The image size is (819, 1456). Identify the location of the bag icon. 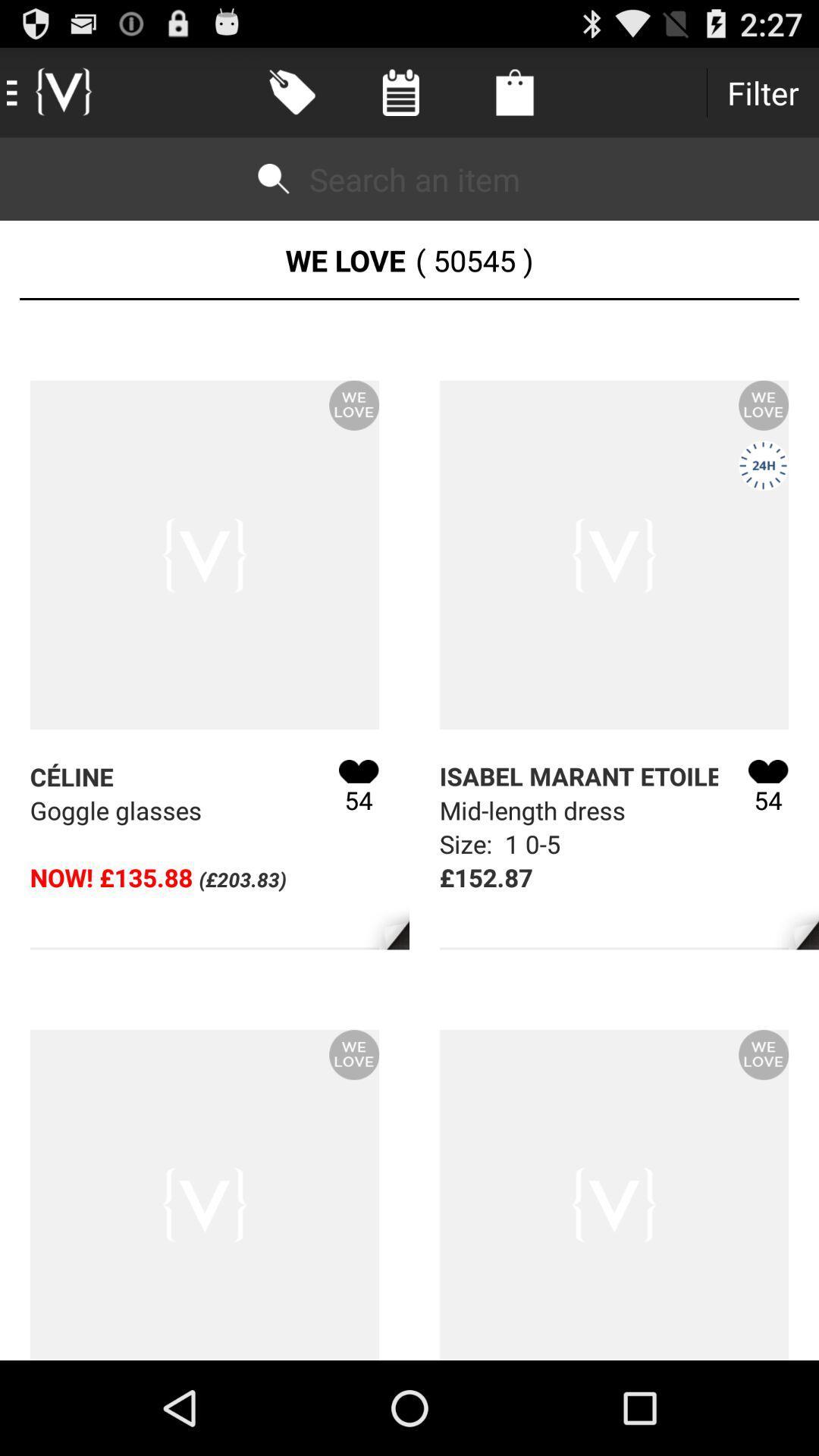
(513, 92).